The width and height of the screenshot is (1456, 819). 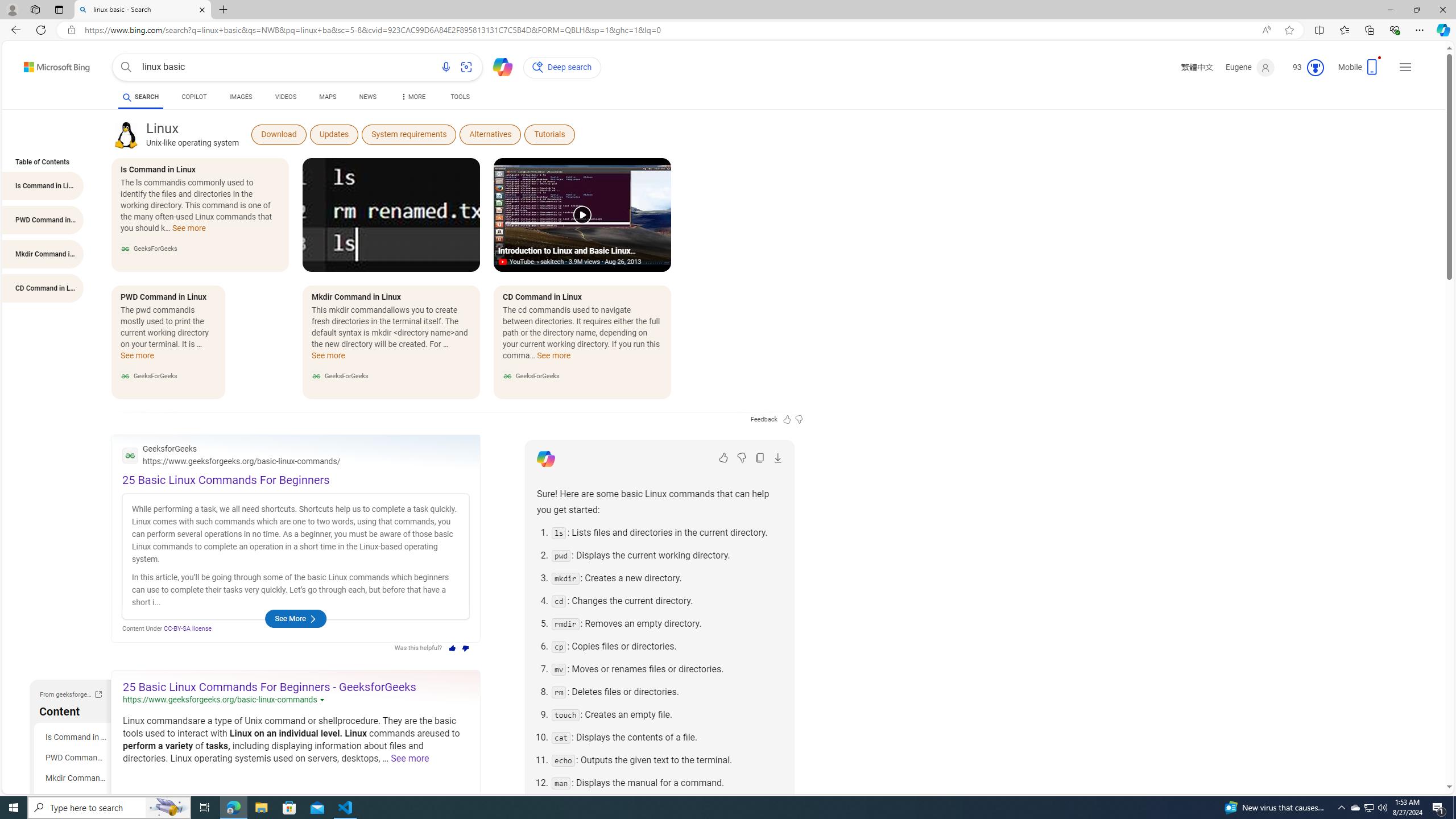 What do you see at coordinates (226, 479) in the screenshot?
I see `'25 Basic Linux Commands For Beginners'` at bounding box center [226, 479].